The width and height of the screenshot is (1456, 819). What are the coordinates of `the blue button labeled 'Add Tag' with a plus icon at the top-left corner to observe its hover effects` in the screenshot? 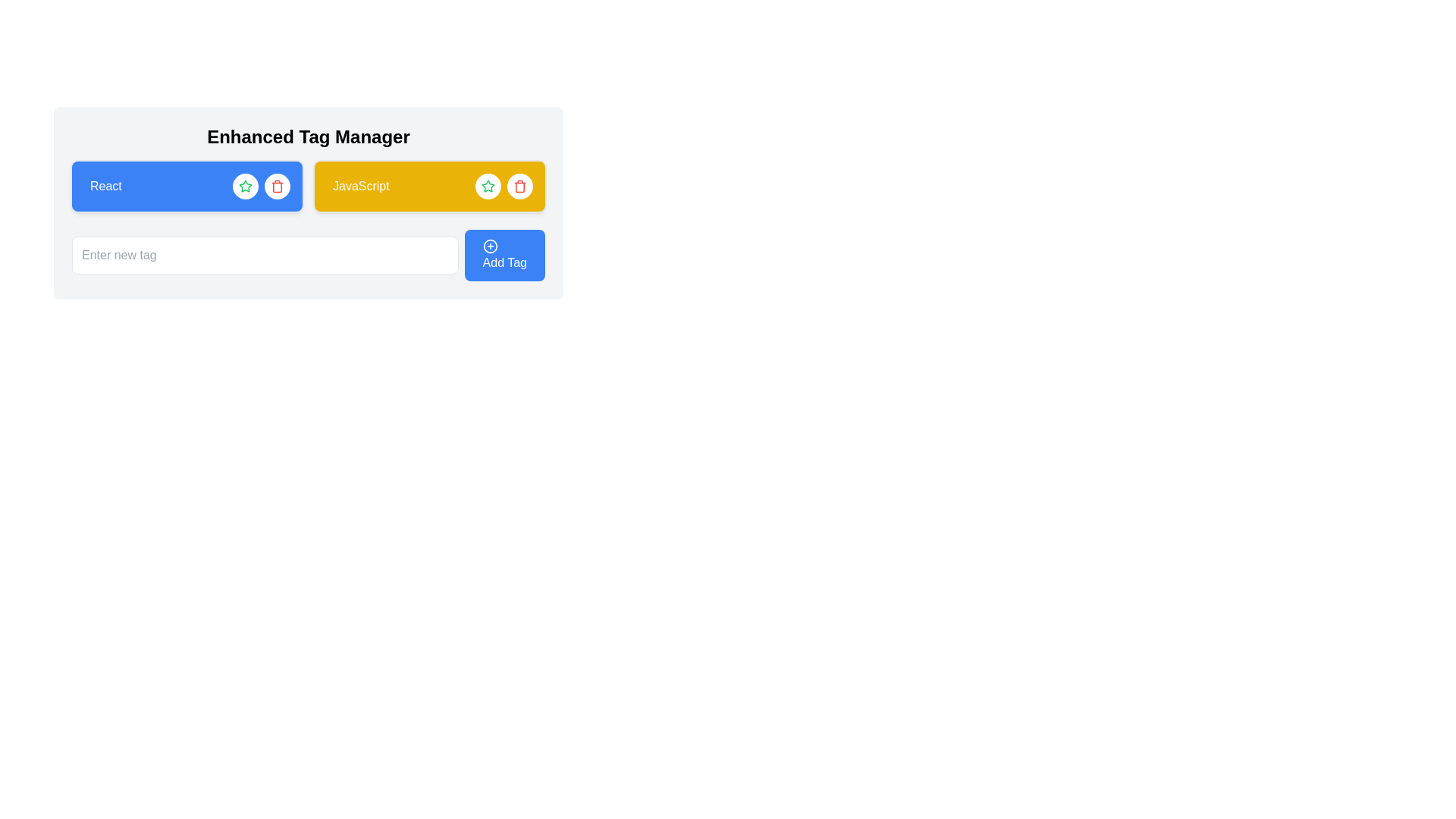 It's located at (504, 254).